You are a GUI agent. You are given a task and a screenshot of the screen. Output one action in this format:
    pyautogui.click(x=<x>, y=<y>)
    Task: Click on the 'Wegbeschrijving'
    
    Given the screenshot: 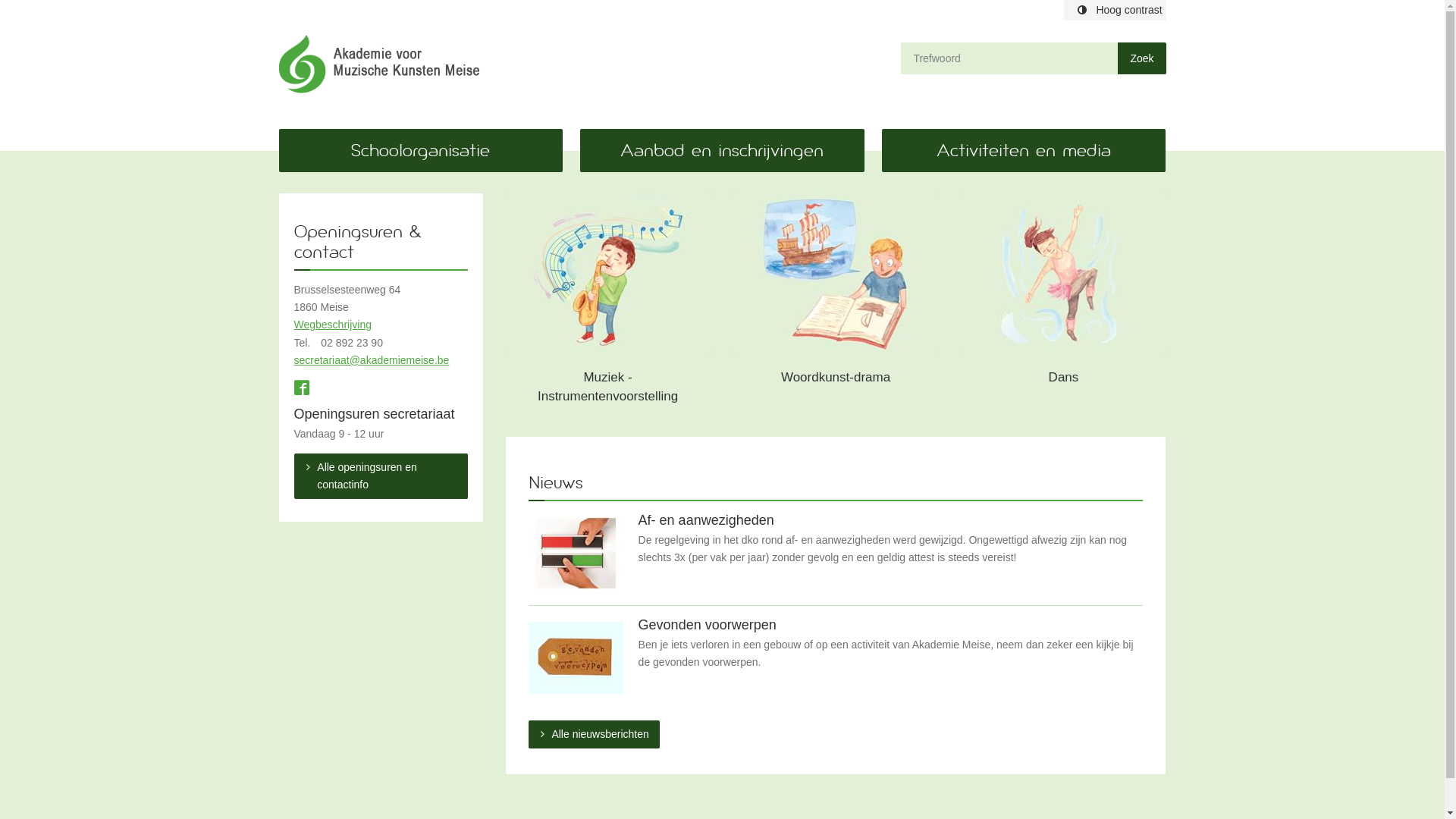 What is the action you would take?
    pyautogui.click(x=331, y=324)
    